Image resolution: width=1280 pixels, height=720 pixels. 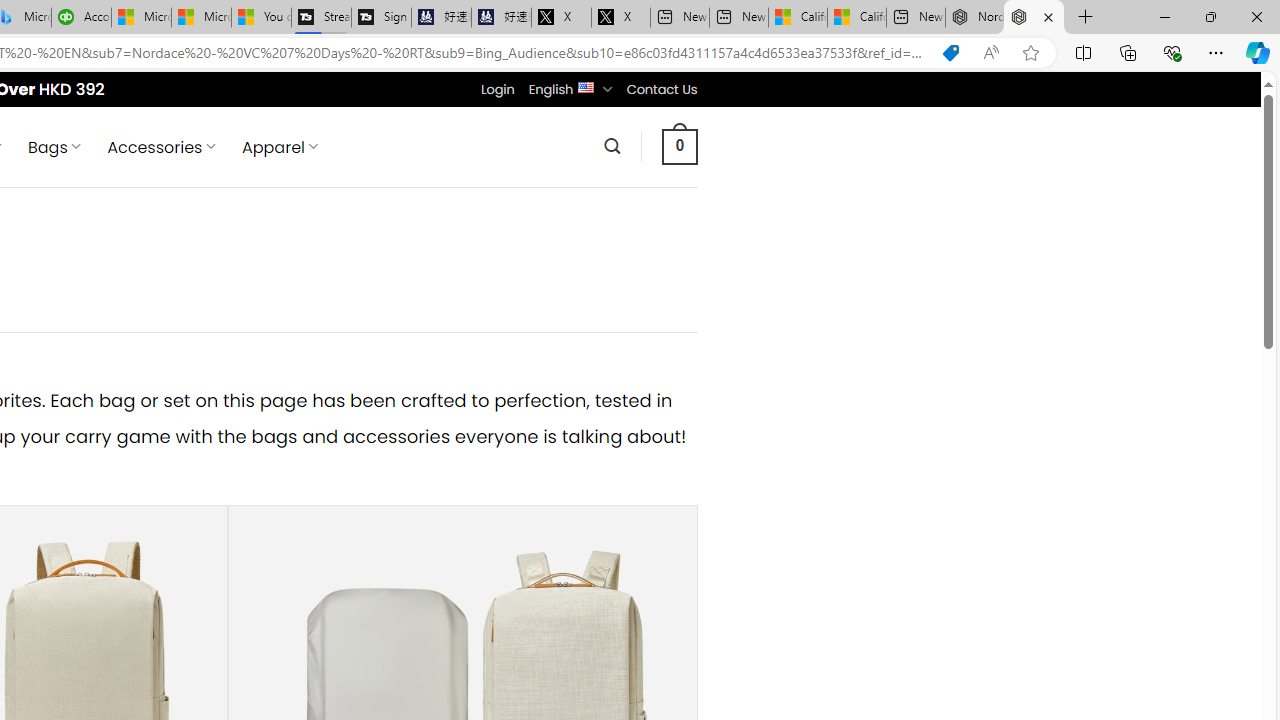 I want to click on 'Nordace - Best Sellers', so click(x=1034, y=17).